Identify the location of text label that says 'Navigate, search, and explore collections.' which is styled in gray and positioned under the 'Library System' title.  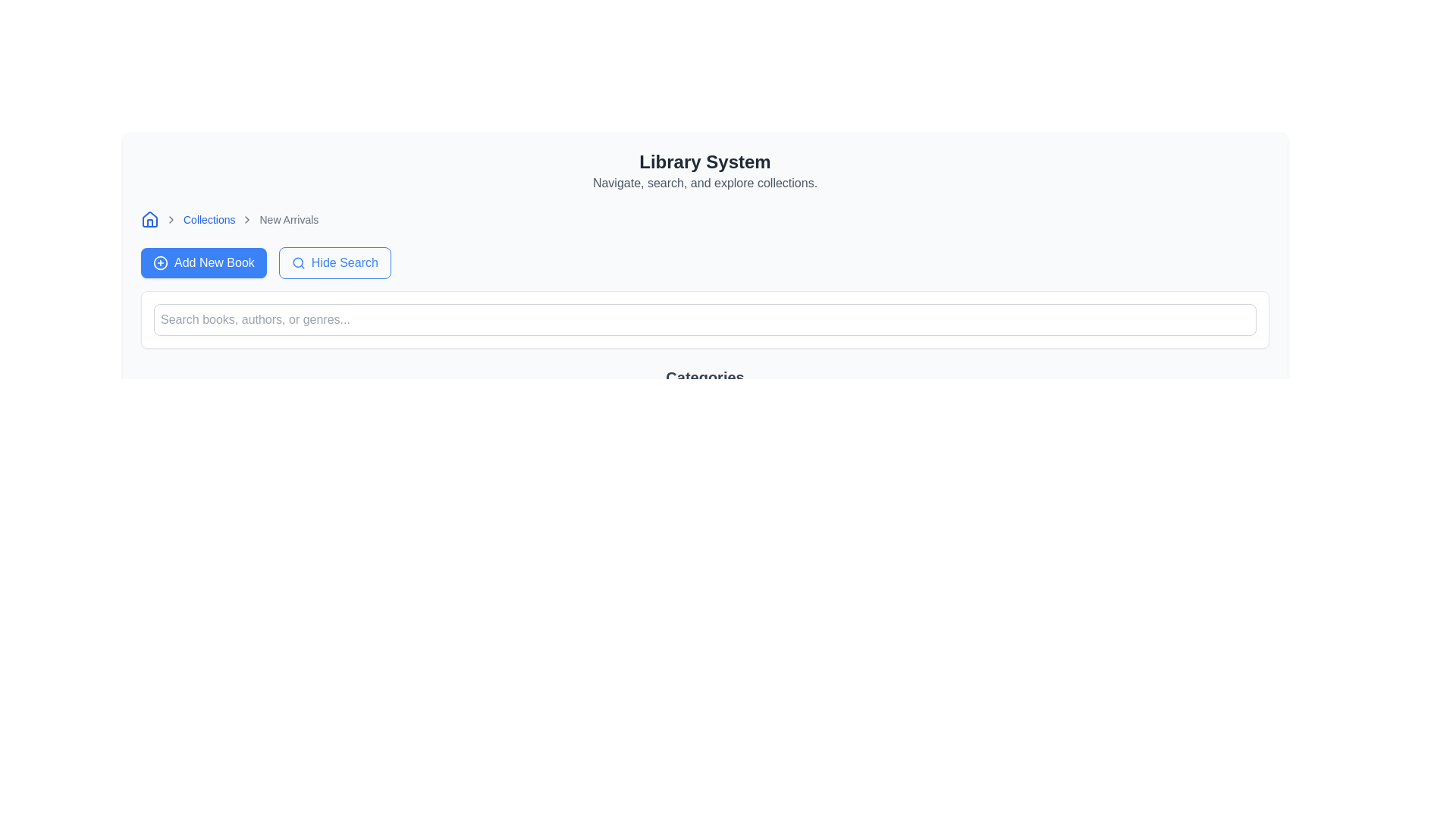
(704, 183).